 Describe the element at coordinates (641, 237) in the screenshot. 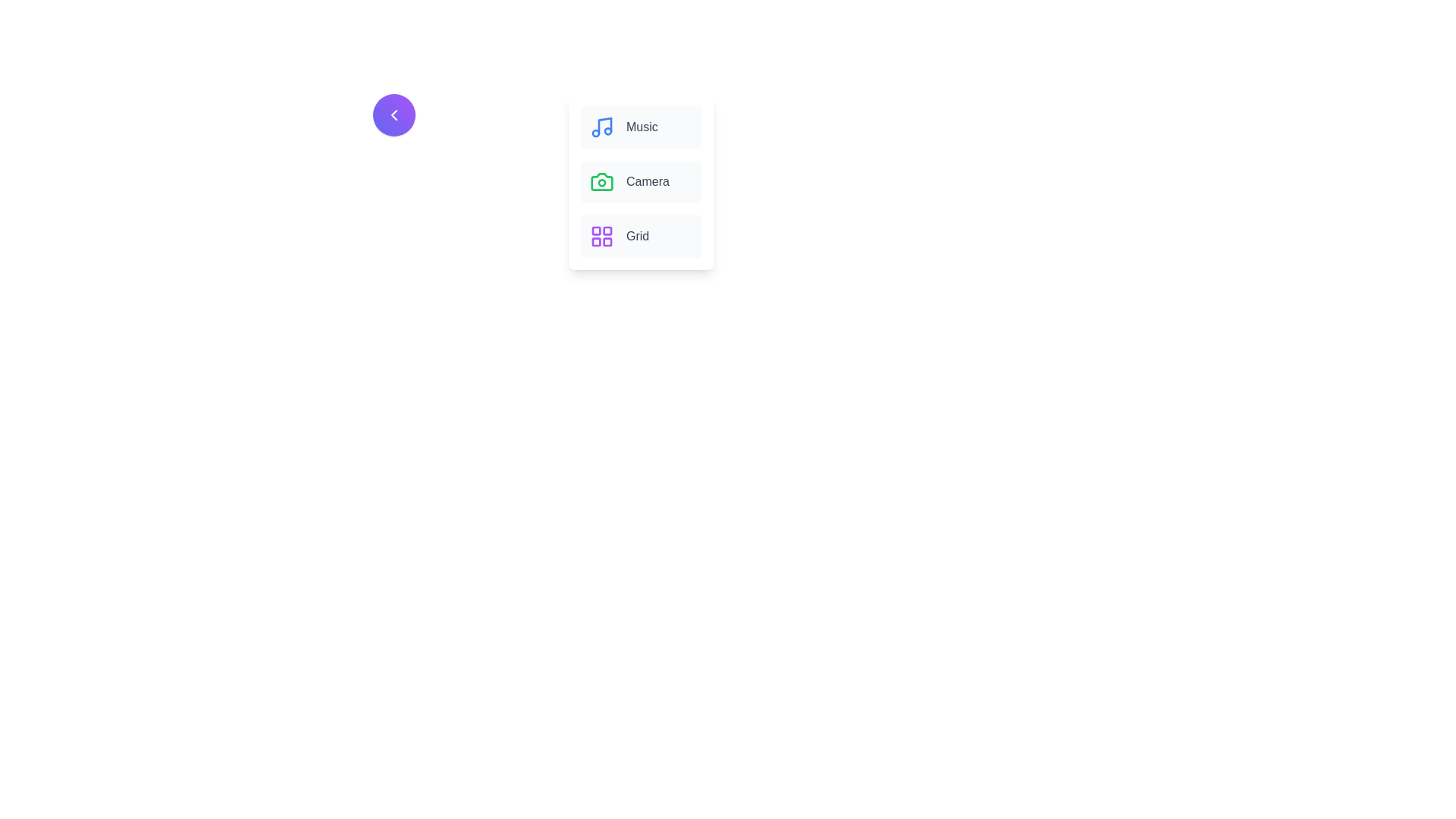

I see `the menu item labeled Grid by clicking on it` at that location.